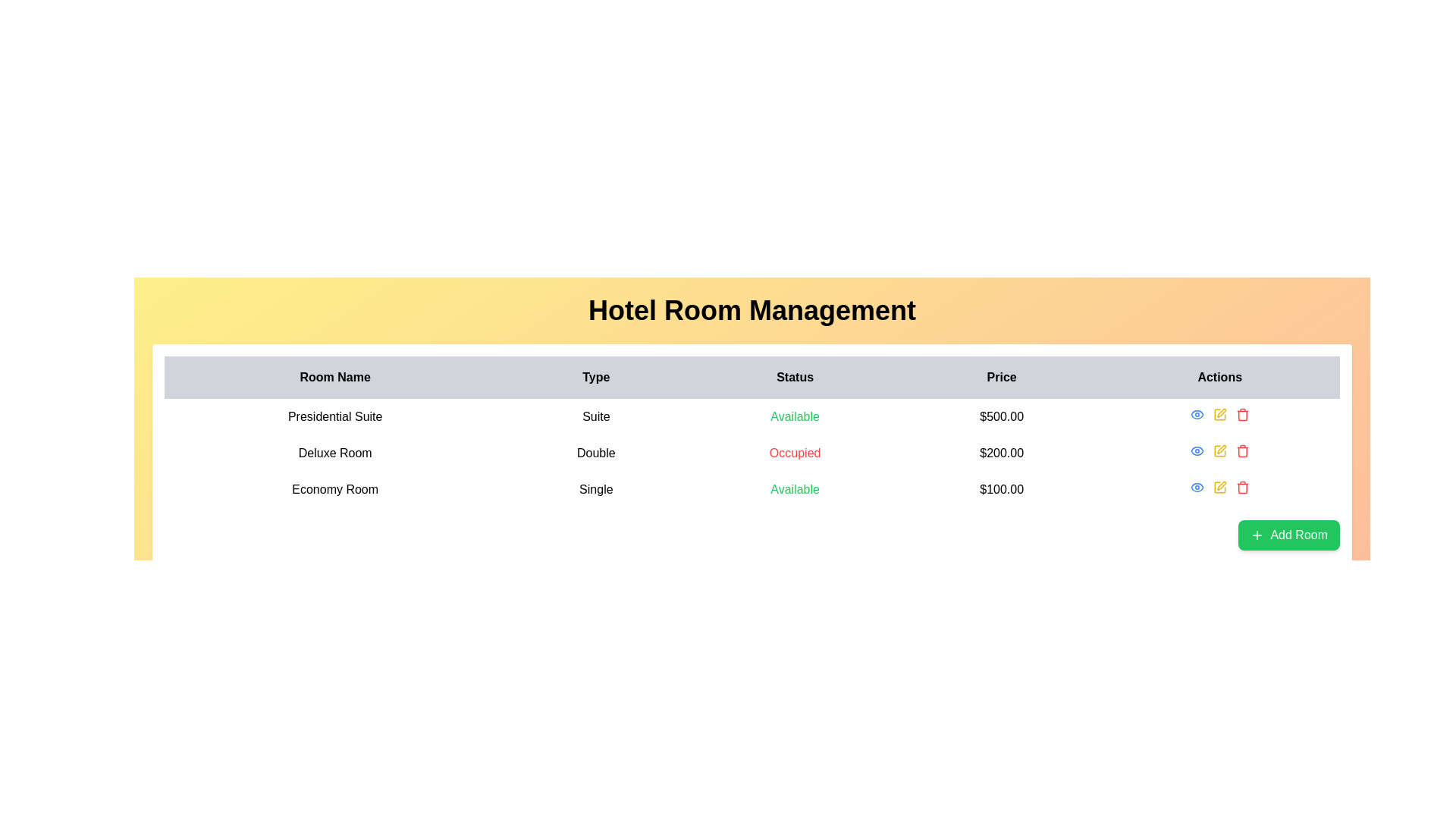 This screenshot has width=1456, height=819. What do you see at coordinates (794, 489) in the screenshot?
I see `the text label displaying 'Available' in green, which indicates the status of the 'Economy Room' in the table under the 'Status' column` at bounding box center [794, 489].